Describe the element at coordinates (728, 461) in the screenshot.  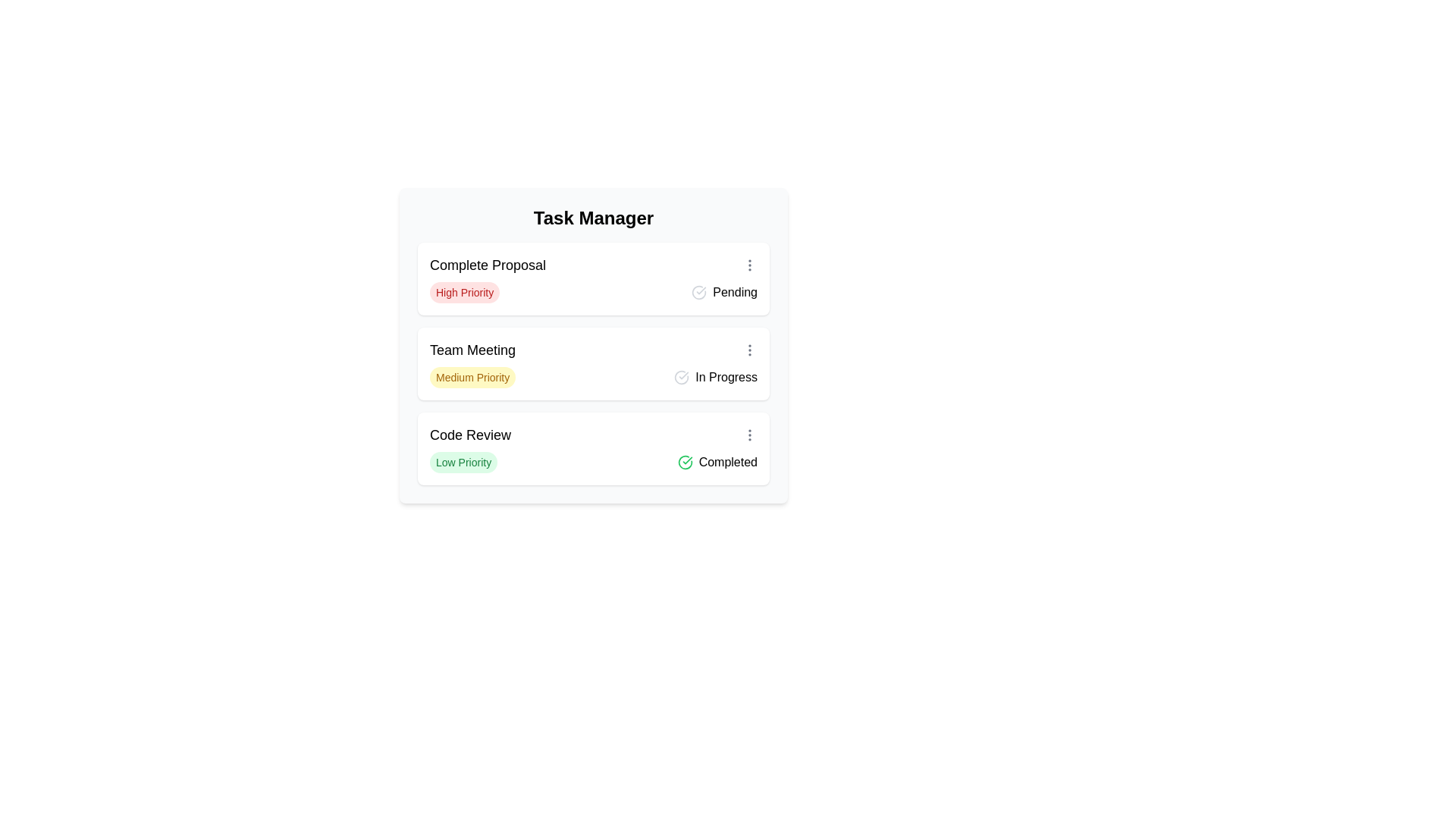
I see `the displayed information from the Text Label indicating the 'Code Review' task status` at that location.